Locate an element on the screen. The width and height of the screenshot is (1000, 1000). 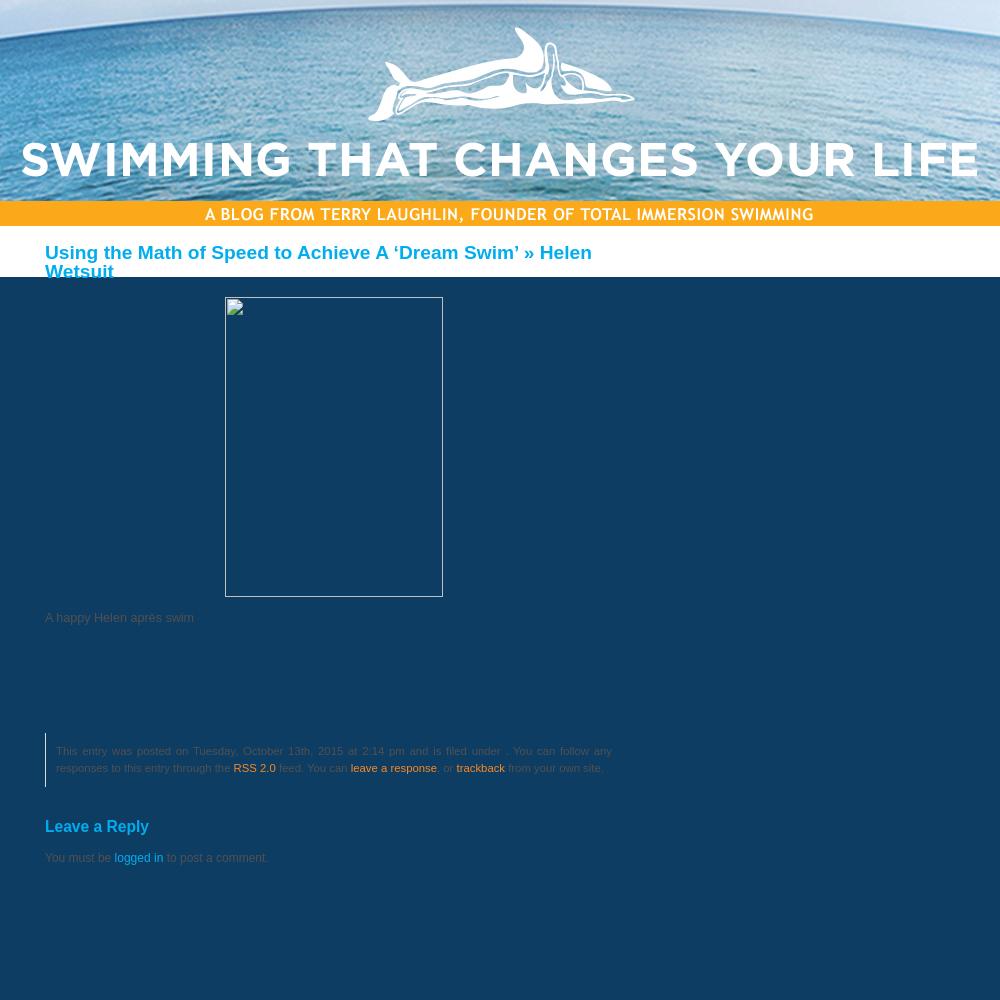
'RSS 2.0' is located at coordinates (254, 768).